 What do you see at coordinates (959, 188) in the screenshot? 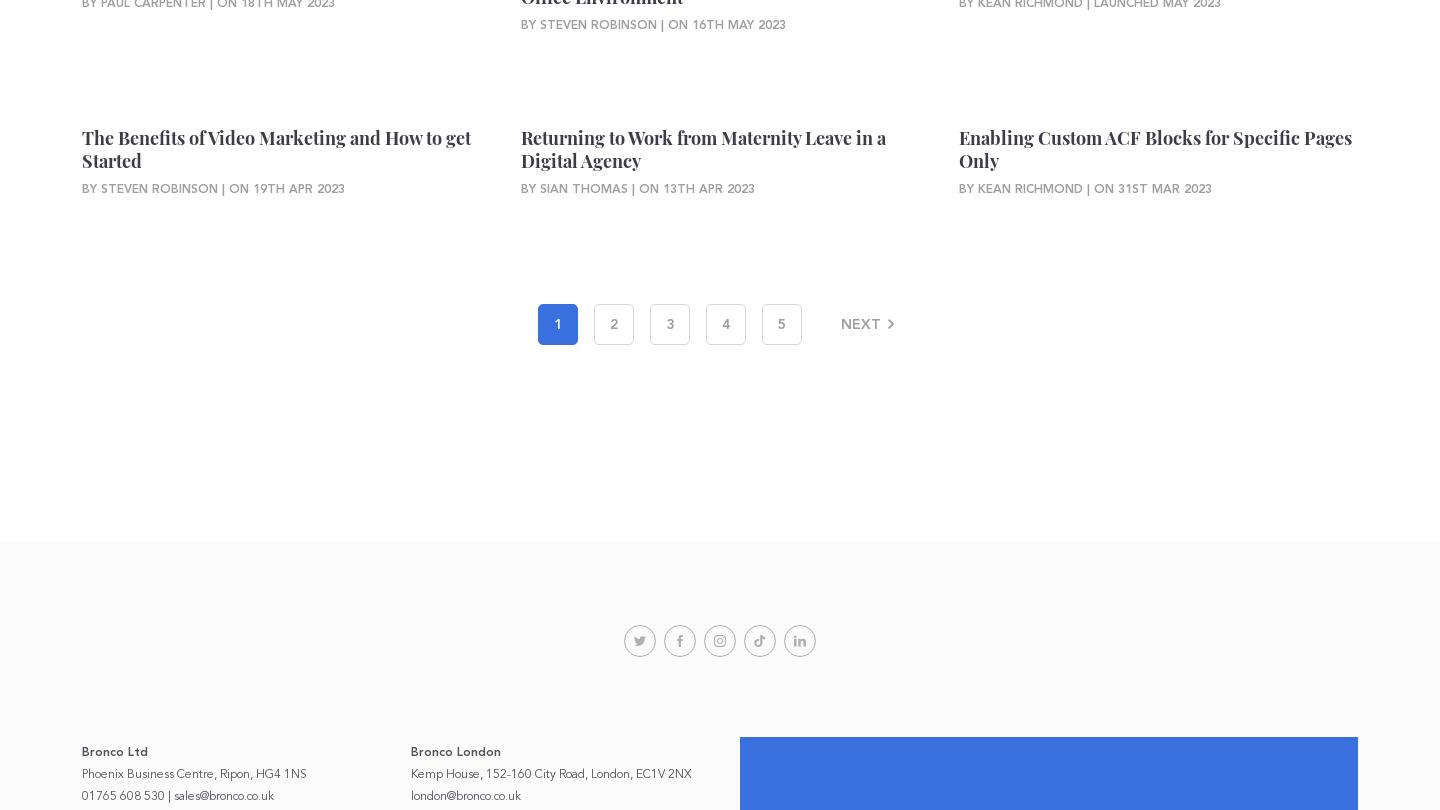
I see `'By Kean Richmond | On'` at bounding box center [959, 188].